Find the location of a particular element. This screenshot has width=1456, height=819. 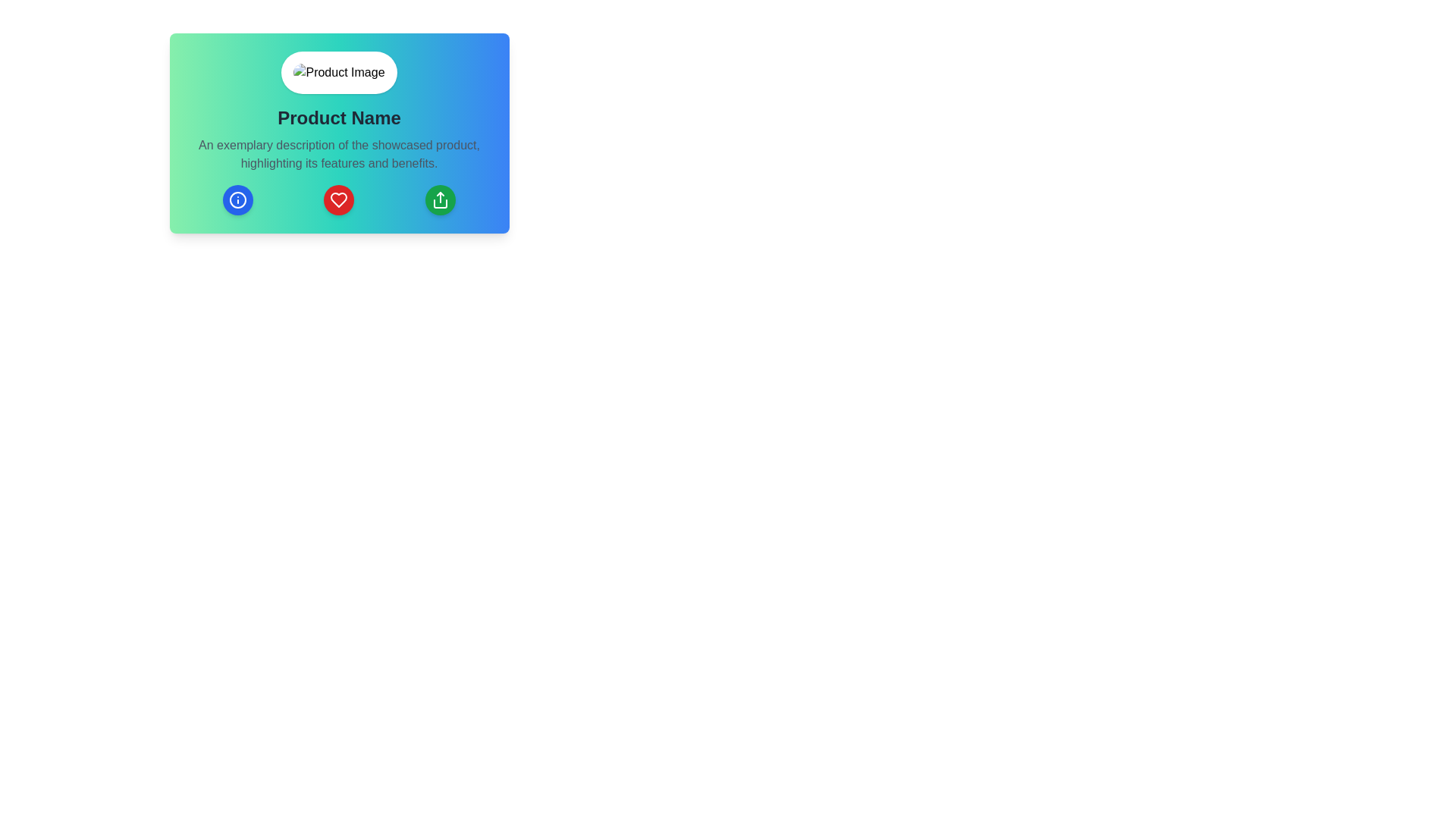

the interactive buttons in the horizontal button panel located at the bottom center of the card is located at coordinates (338, 199).